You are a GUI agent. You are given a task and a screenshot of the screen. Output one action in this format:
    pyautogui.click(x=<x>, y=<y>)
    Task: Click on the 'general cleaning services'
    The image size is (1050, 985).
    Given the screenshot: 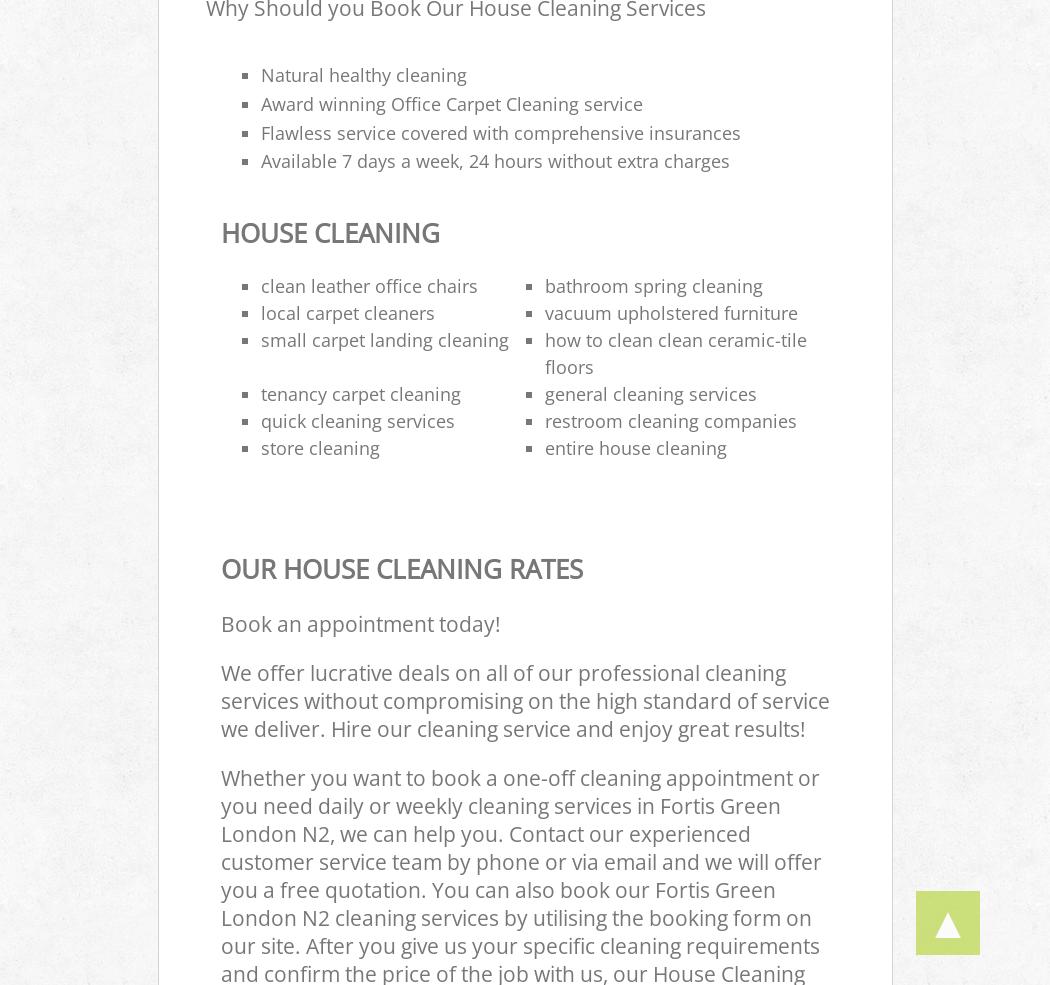 What is the action you would take?
    pyautogui.click(x=650, y=394)
    